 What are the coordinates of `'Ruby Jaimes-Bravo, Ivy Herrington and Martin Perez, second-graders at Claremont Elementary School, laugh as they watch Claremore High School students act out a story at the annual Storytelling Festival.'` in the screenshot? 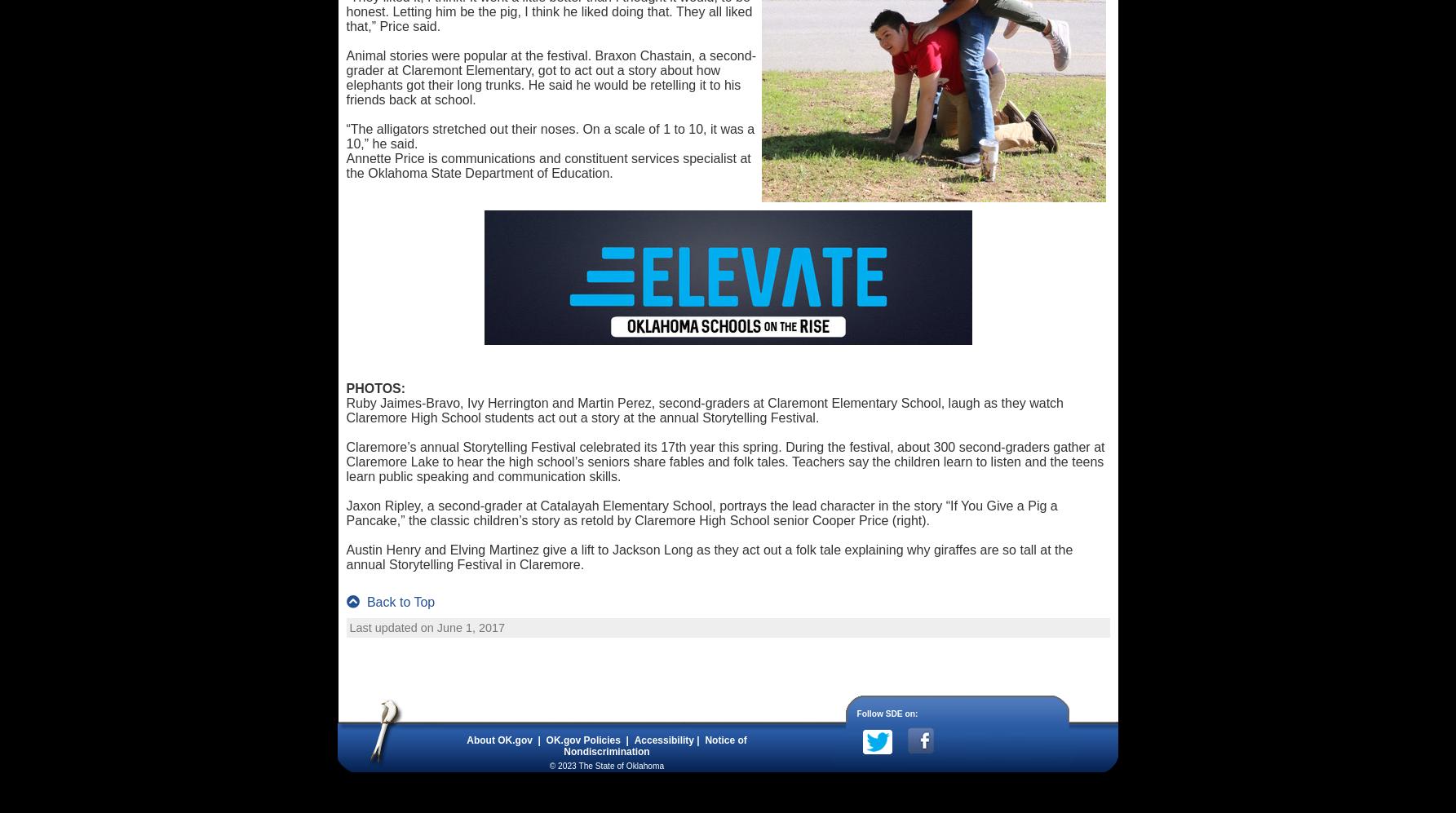 It's located at (704, 409).